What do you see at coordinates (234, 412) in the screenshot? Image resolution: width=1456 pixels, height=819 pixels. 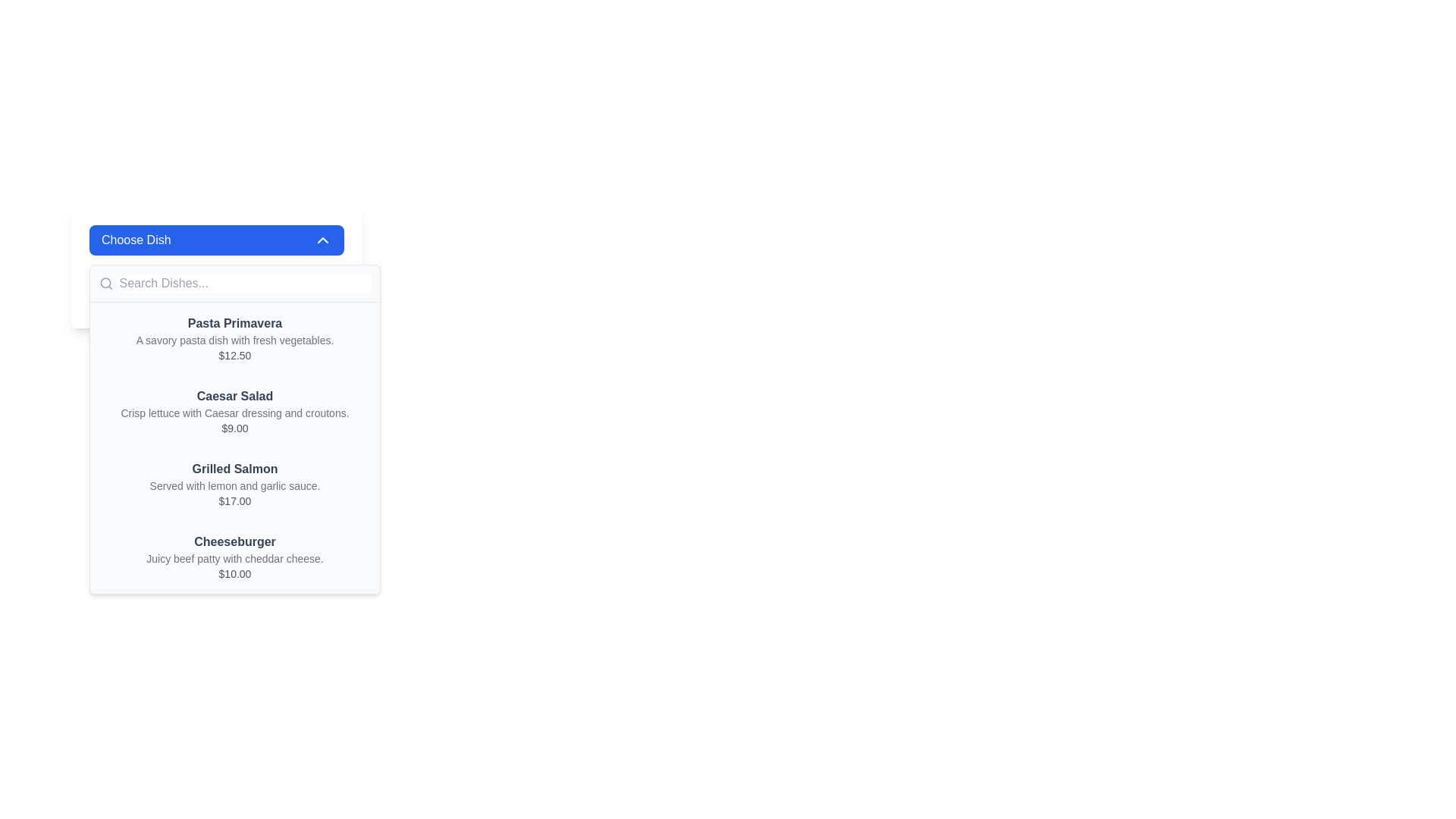 I see `the menu option 'Caesar Salad' which displays the name in bold dark gray text, followed by a description and the price` at bounding box center [234, 412].